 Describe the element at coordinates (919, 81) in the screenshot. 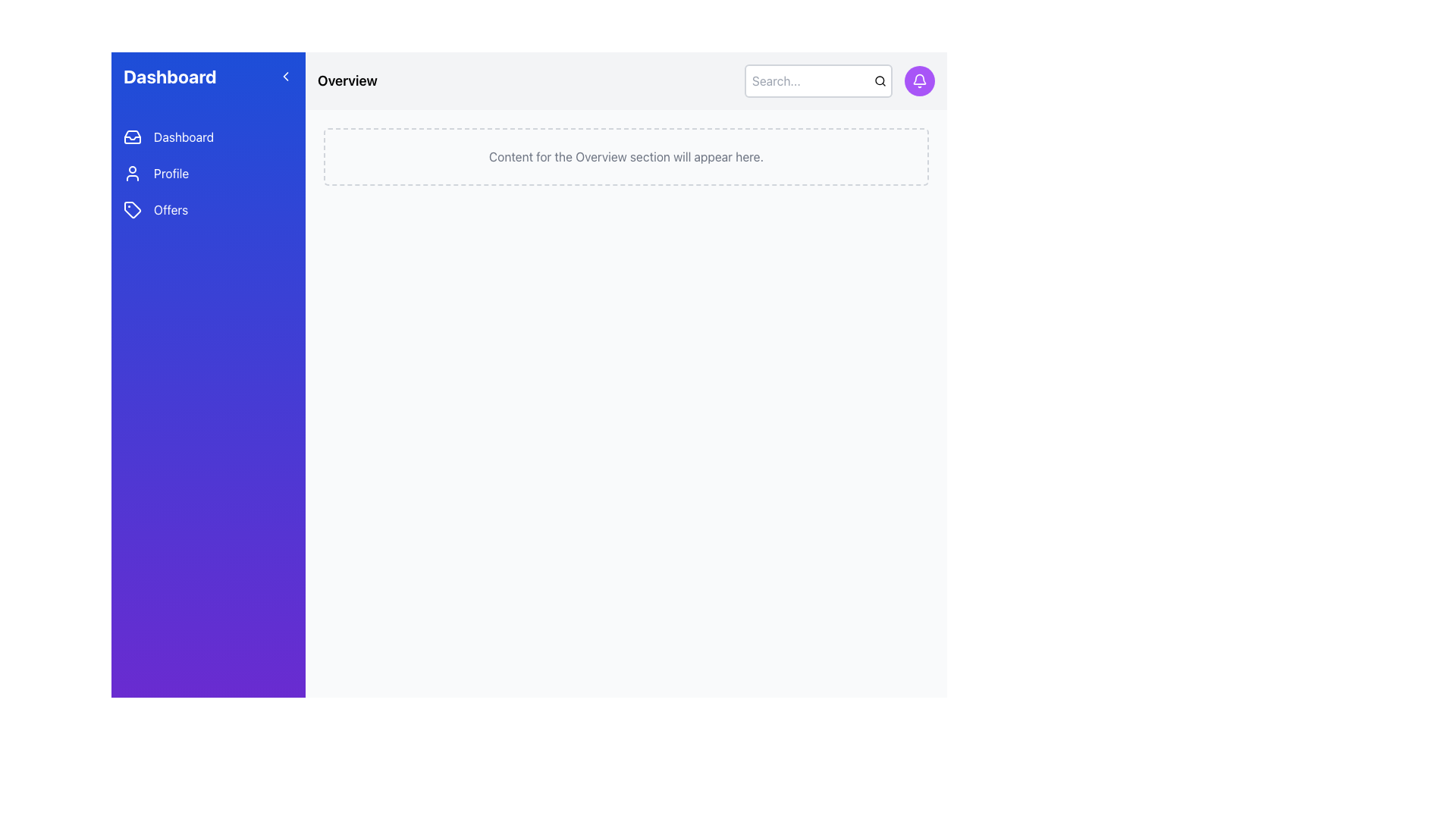

I see `the circular button with a purple background and white bell icon located at the top-right corner of the interface` at that location.